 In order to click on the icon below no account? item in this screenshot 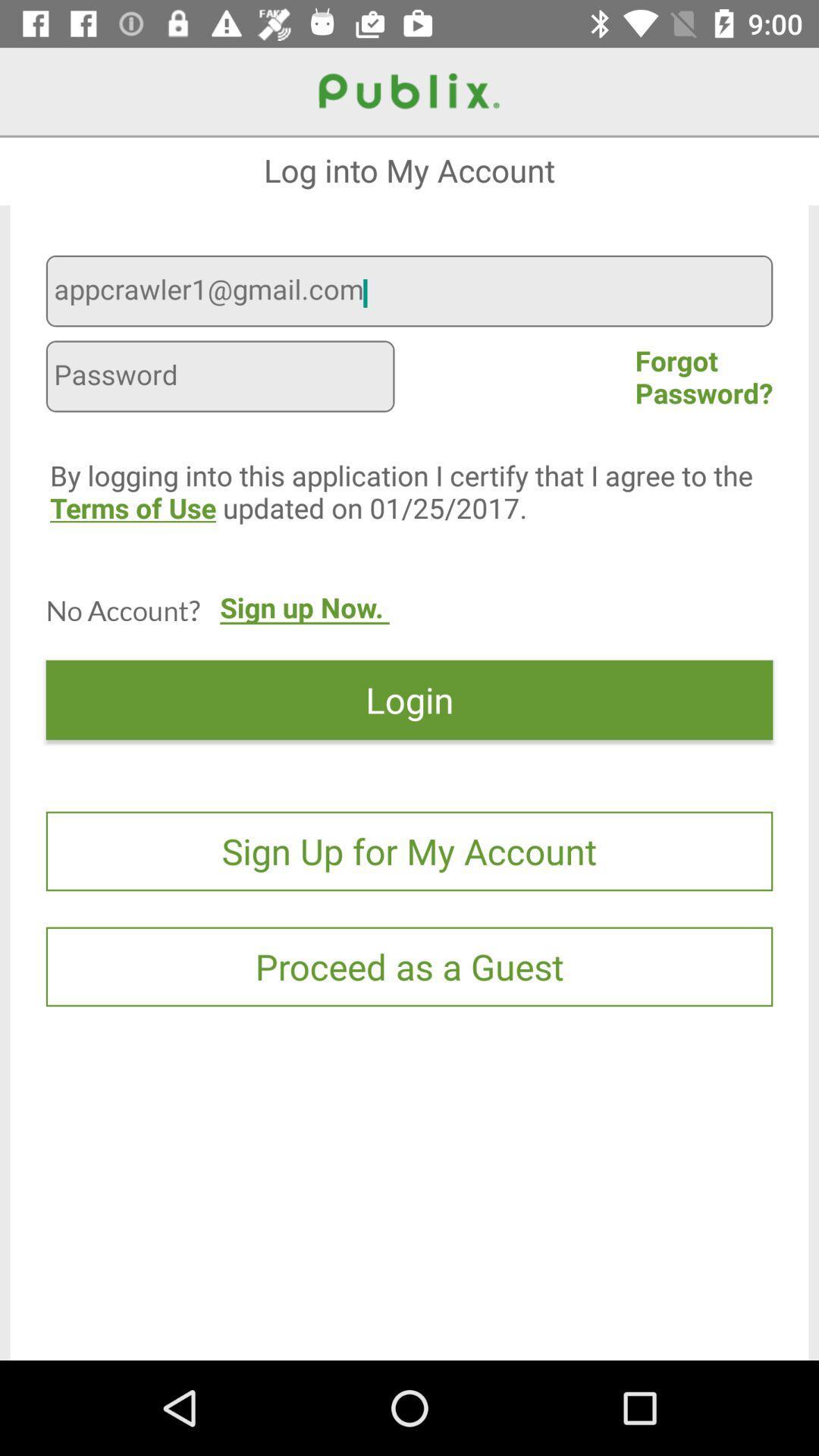, I will do `click(409, 699)`.